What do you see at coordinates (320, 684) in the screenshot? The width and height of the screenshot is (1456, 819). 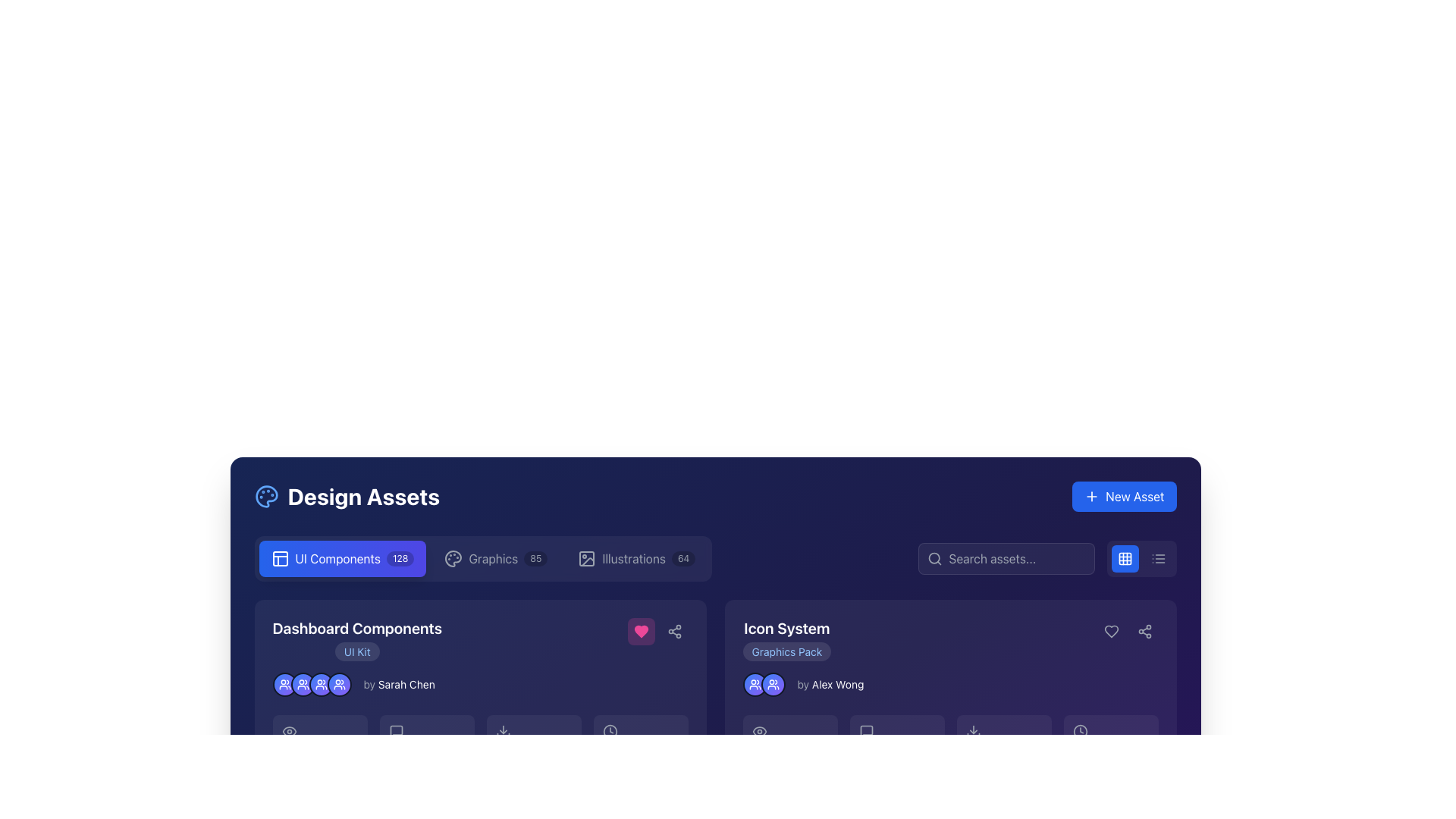 I see `the Avatar component representing a user profile or group affiliation, which is the fourth from the left in a series of circular avatars` at bounding box center [320, 684].